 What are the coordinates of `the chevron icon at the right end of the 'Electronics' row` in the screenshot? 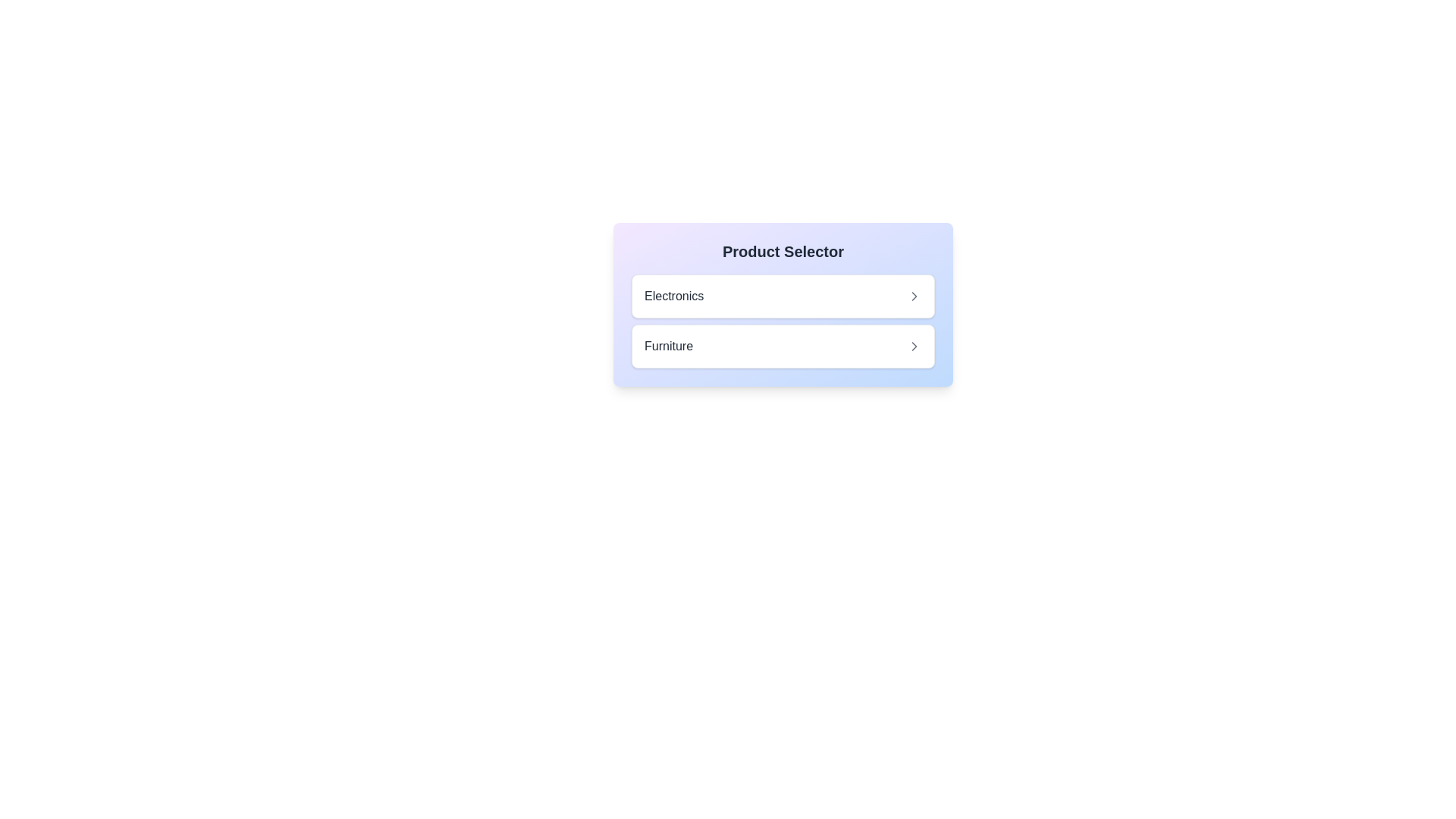 It's located at (913, 296).